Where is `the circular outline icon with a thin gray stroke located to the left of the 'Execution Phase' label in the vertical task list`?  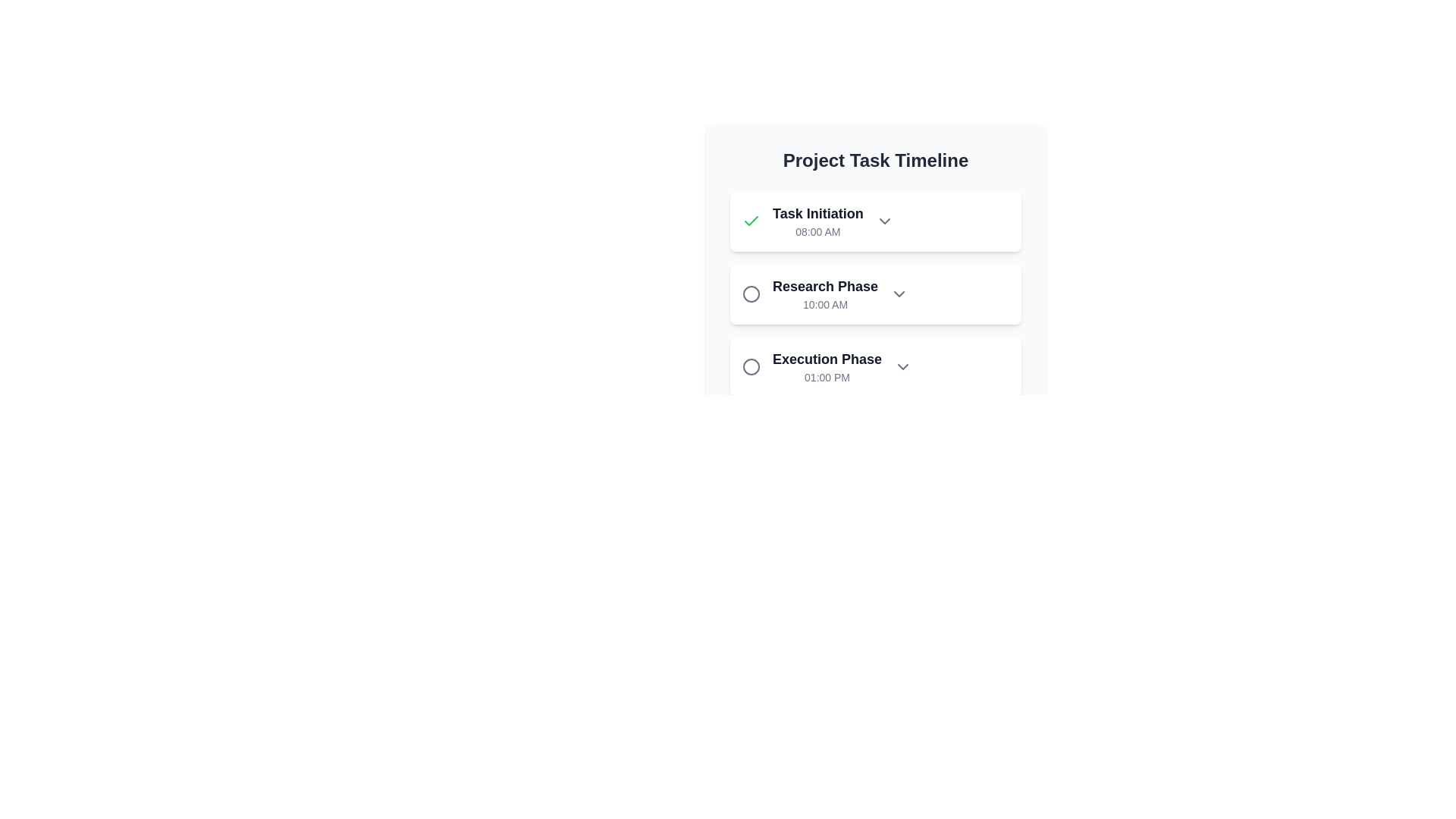 the circular outline icon with a thin gray stroke located to the left of the 'Execution Phase' label in the vertical task list is located at coordinates (751, 294).